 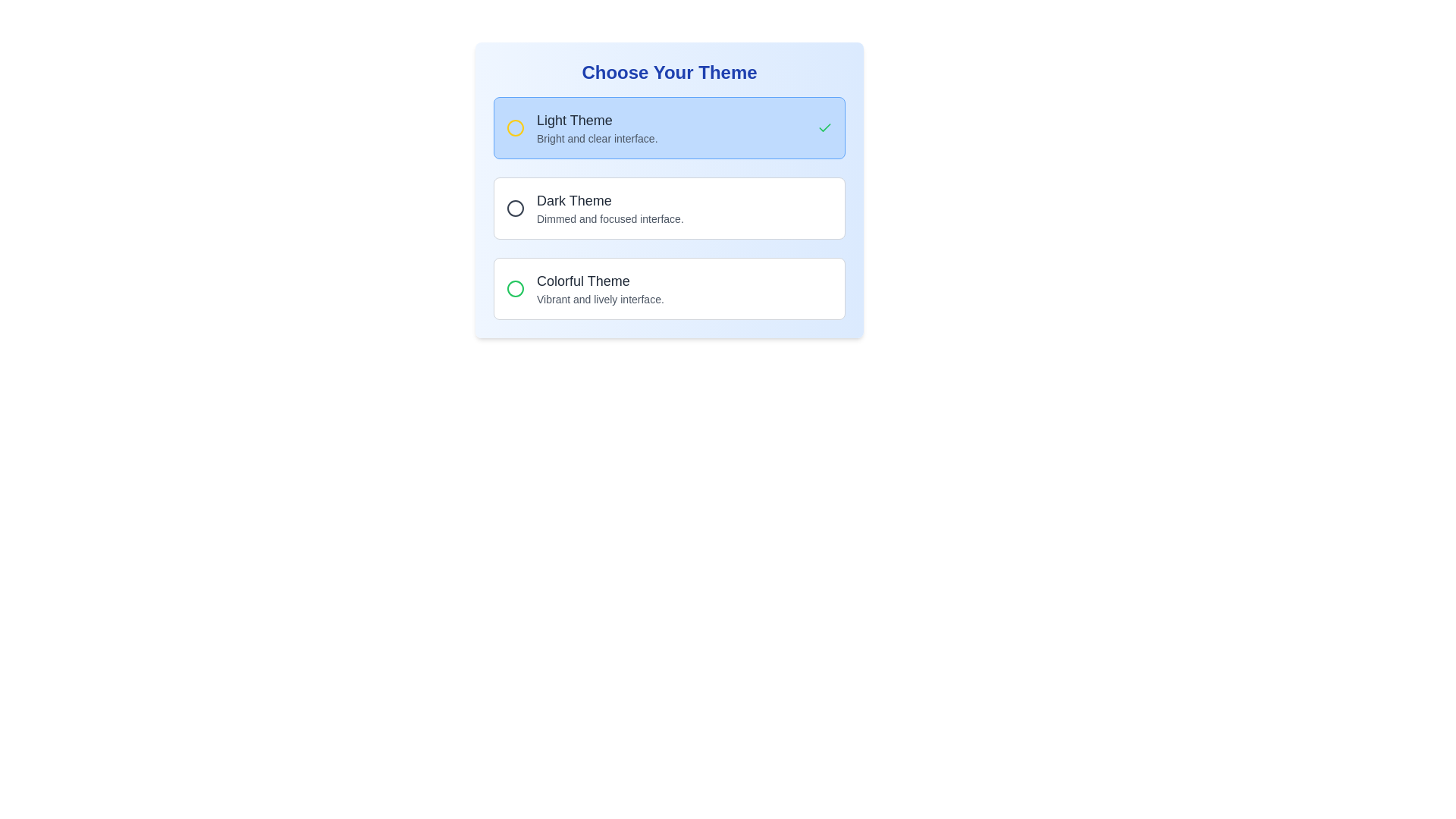 What do you see at coordinates (516, 208) in the screenshot?
I see `the circular icon representing the 'Dark Theme' option in the 'Choose Your Theme' section, which is visually characterized by a stroke and a colored fill` at bounding box center [516, 208].